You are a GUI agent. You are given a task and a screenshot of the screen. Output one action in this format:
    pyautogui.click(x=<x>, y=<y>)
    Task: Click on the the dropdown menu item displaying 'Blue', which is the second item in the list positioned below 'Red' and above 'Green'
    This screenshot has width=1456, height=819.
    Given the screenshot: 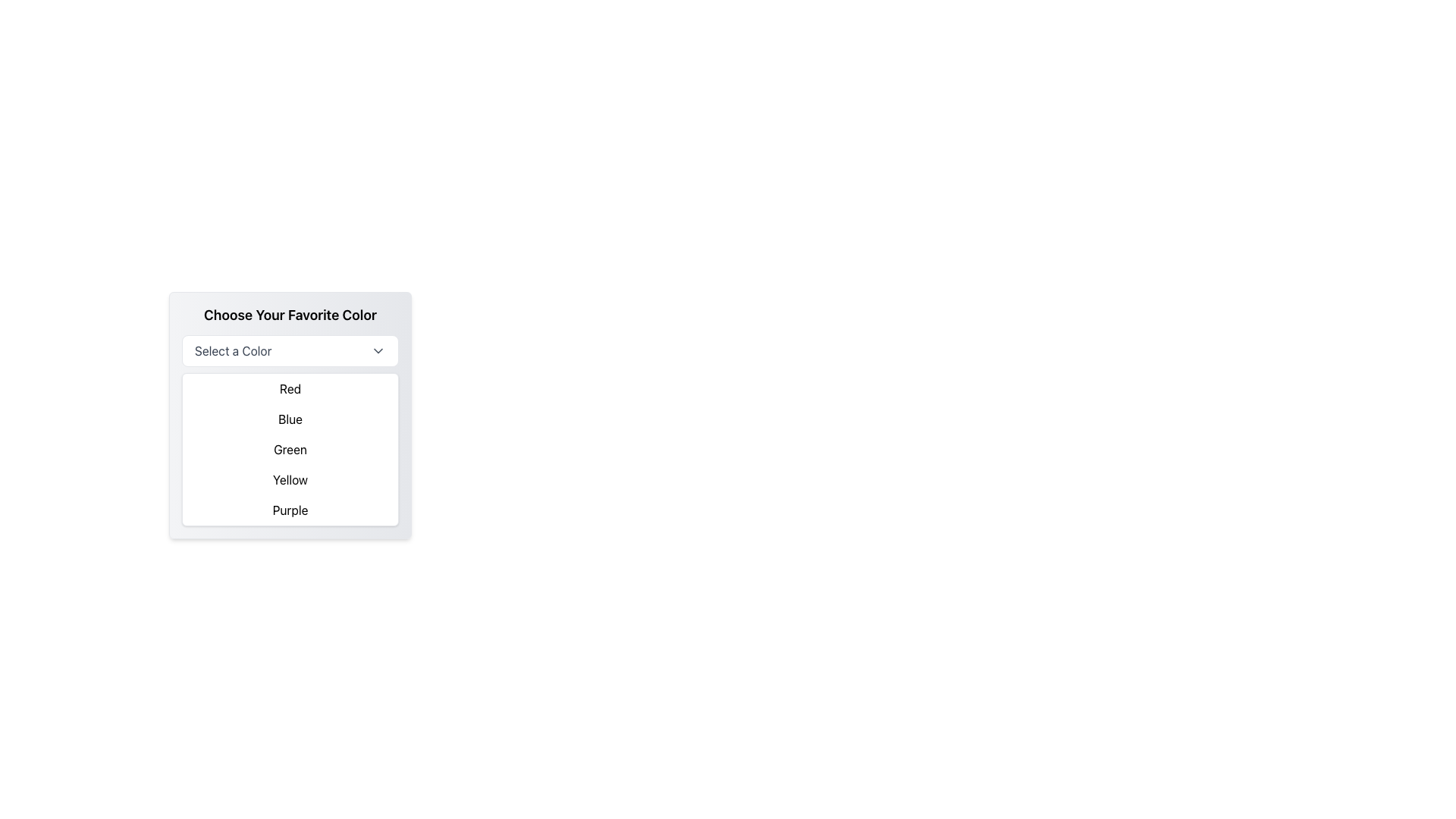 What is the action you would take?
    pyautogui.click(x=290, y=419)
    